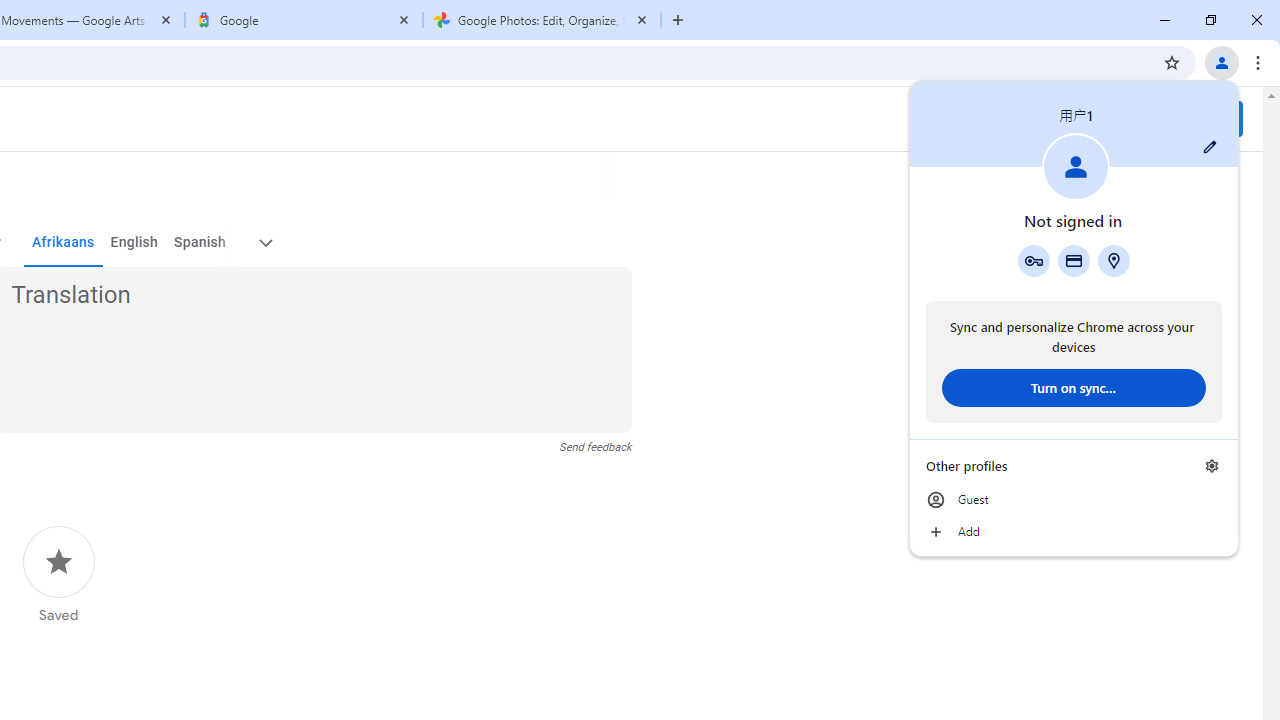  What do you see at coordinates (1209, 146) in the screenshot?
I see `'Customize profile'` at bounding box center [1209, 146].